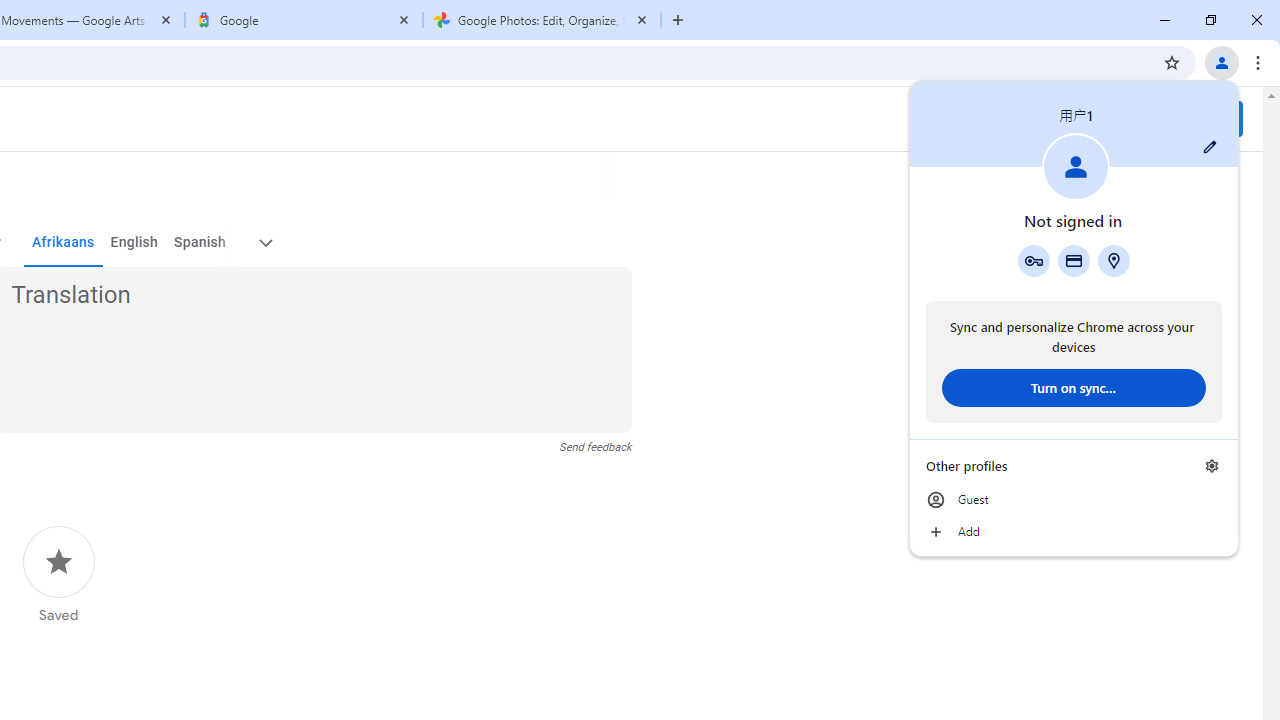  What do you see at coordinates (1209, 146) in the screenshot?
I see `'Customize profile'` at bounding box center [1209, 146].